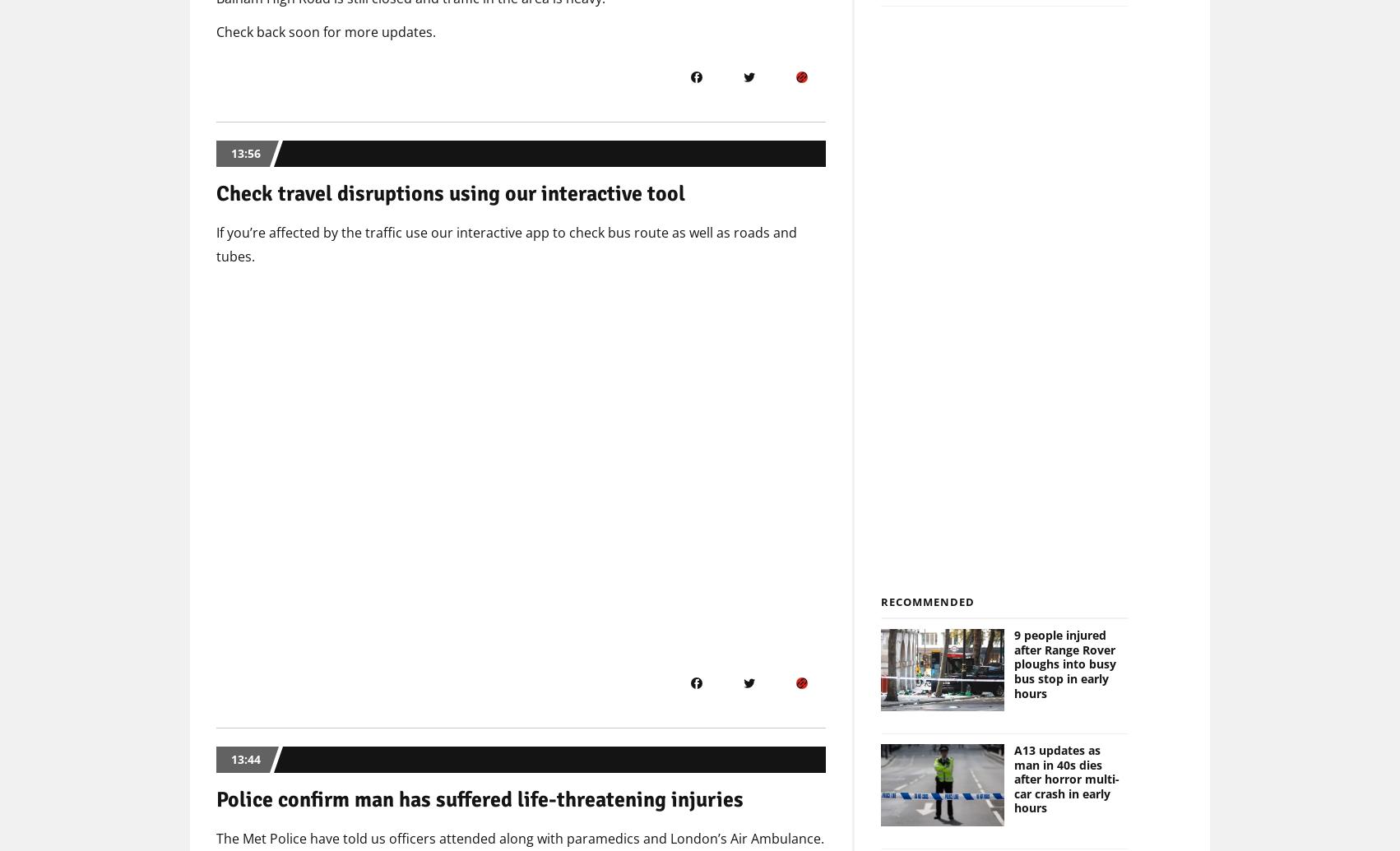 The image size is (1400, 851). Describe the element at coordinates (326, 32) in the screenshot. I see `'Check back soon for more updates.'` at that location.